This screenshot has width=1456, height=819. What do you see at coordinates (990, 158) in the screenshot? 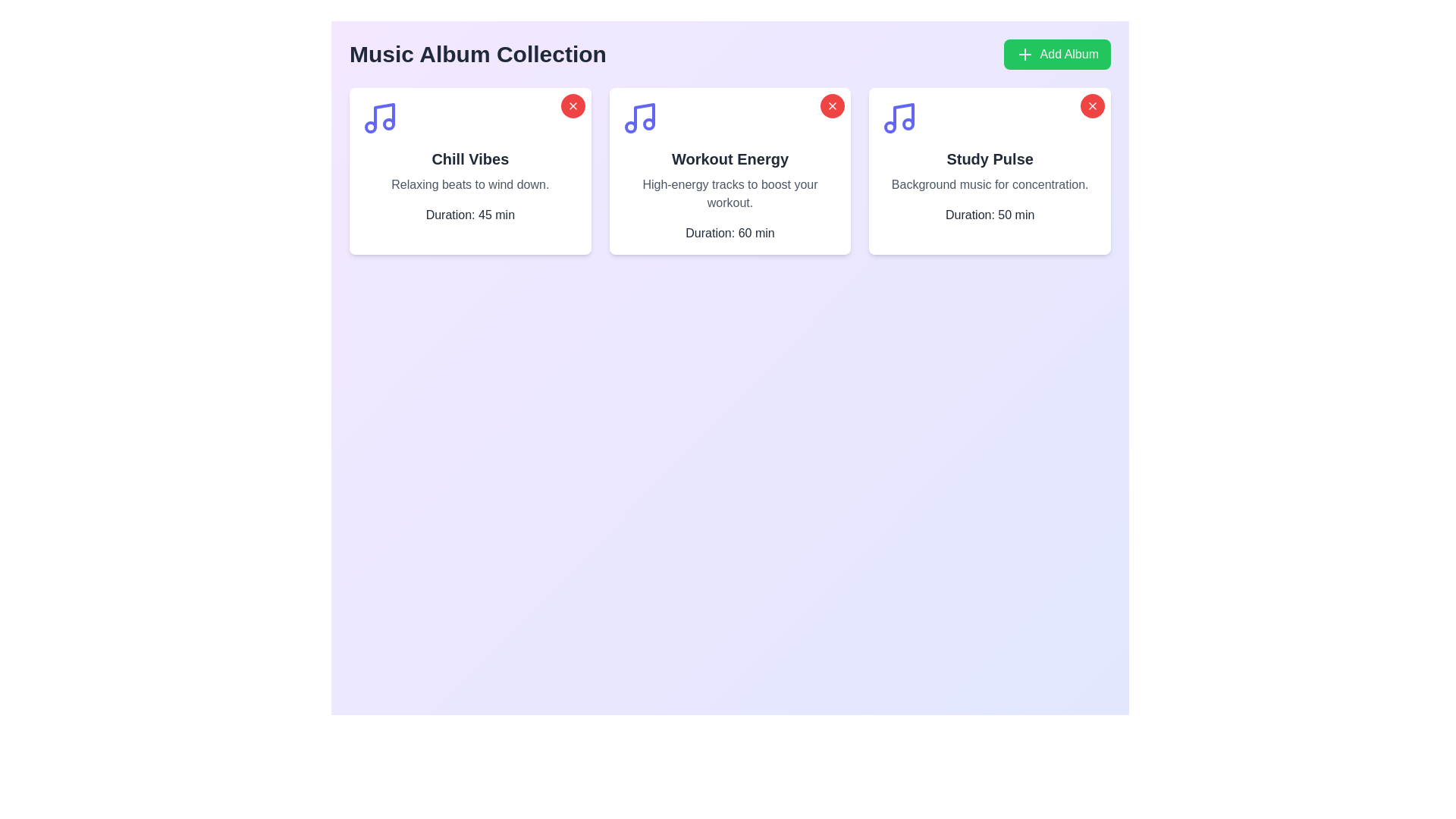
I see `the text label that serves as the title for the music item on the third card, located at the top center under the music note icon` at bounding box center [990, 158].